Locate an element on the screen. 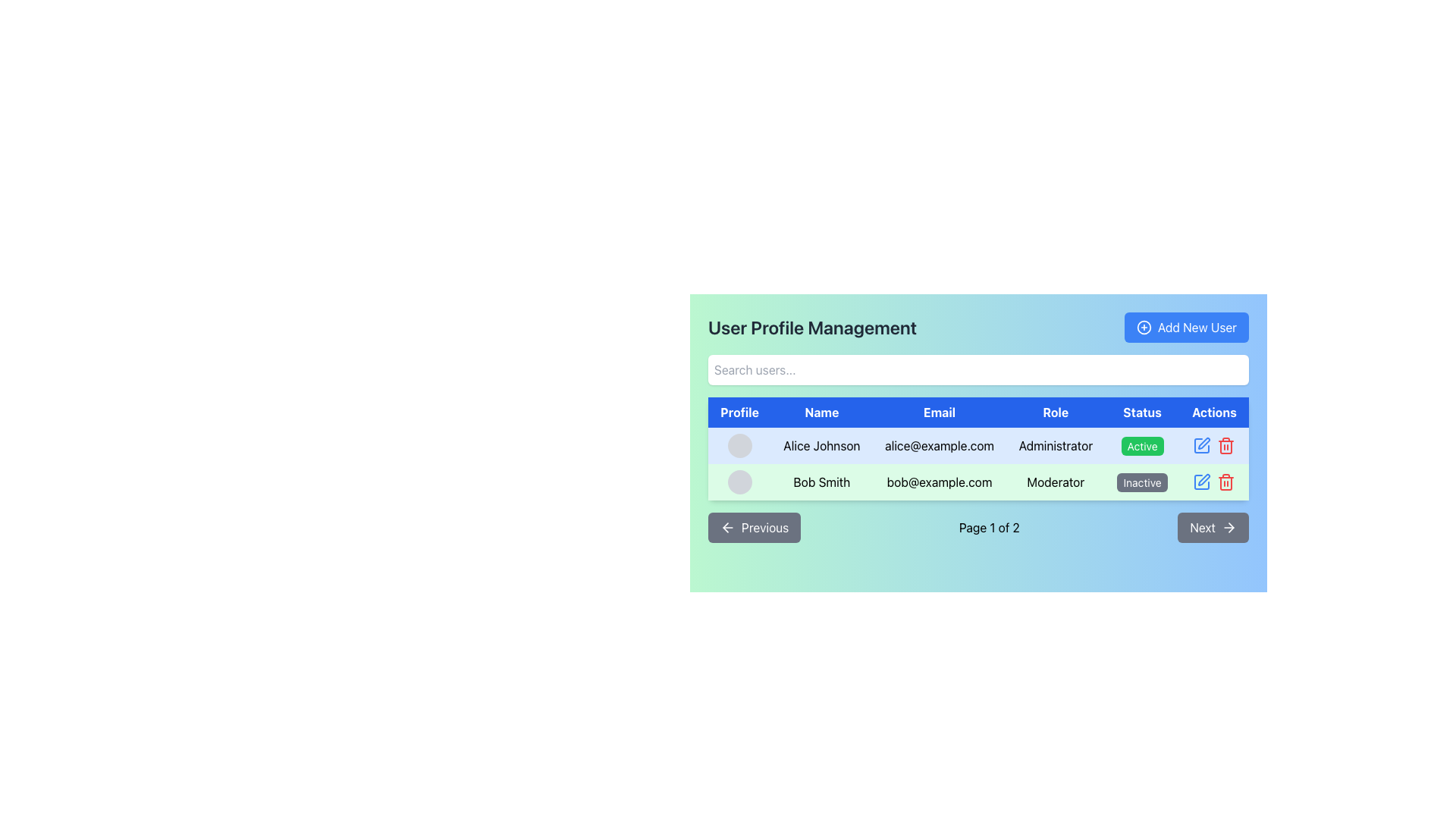  the table cell displaying Alice Johnson's email address is located at coordinates (978, 434).